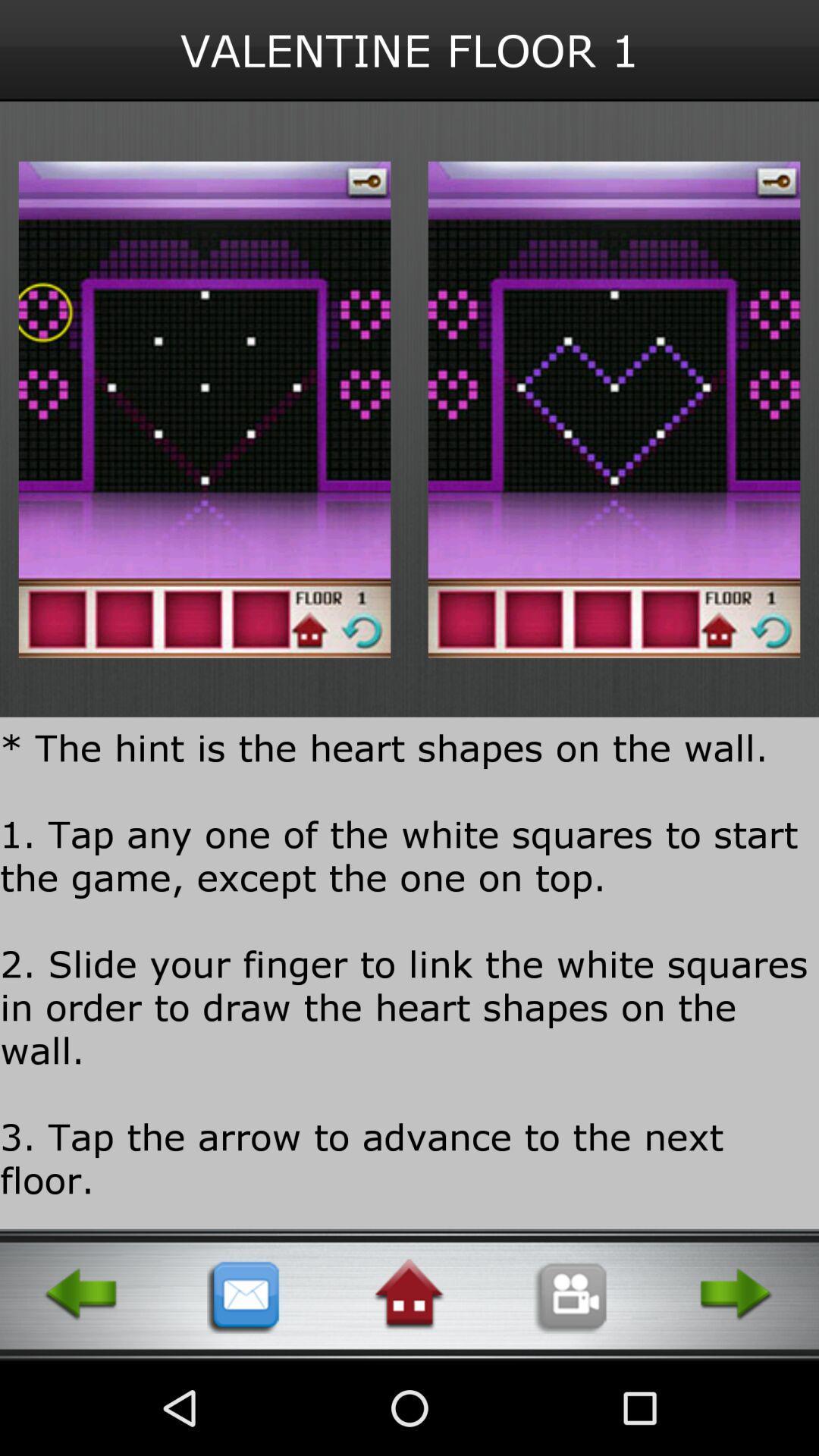 The width and height of the screenshot is (819, 1456). Describe the element at coordinates (736, 1294) in the screenshot. I see `next` at that location.